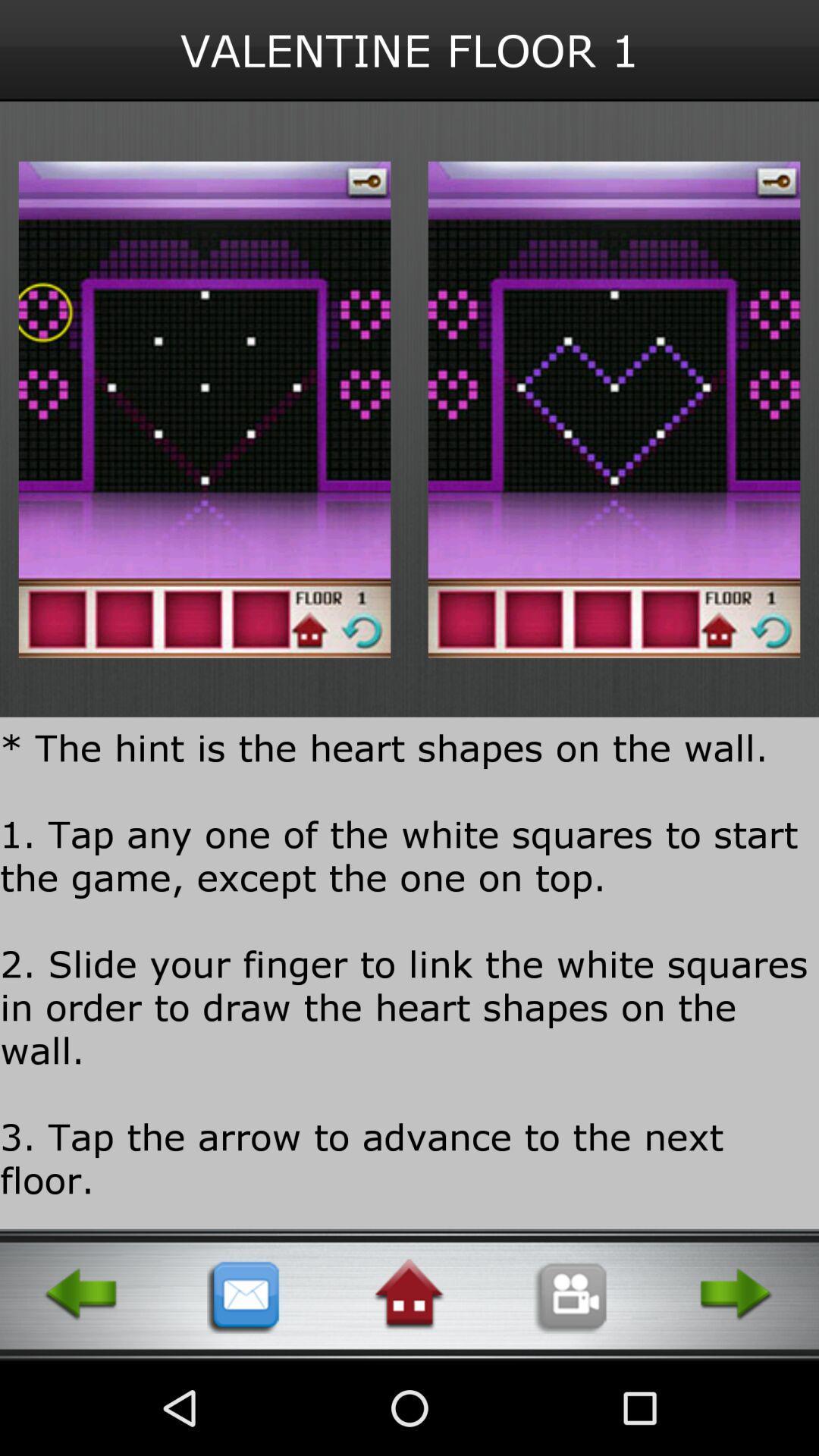 The width and height of the screenshot is (819, 1456). Describe the element at coordinates (736, 1294) in the screenshot. I see `next` at that location.